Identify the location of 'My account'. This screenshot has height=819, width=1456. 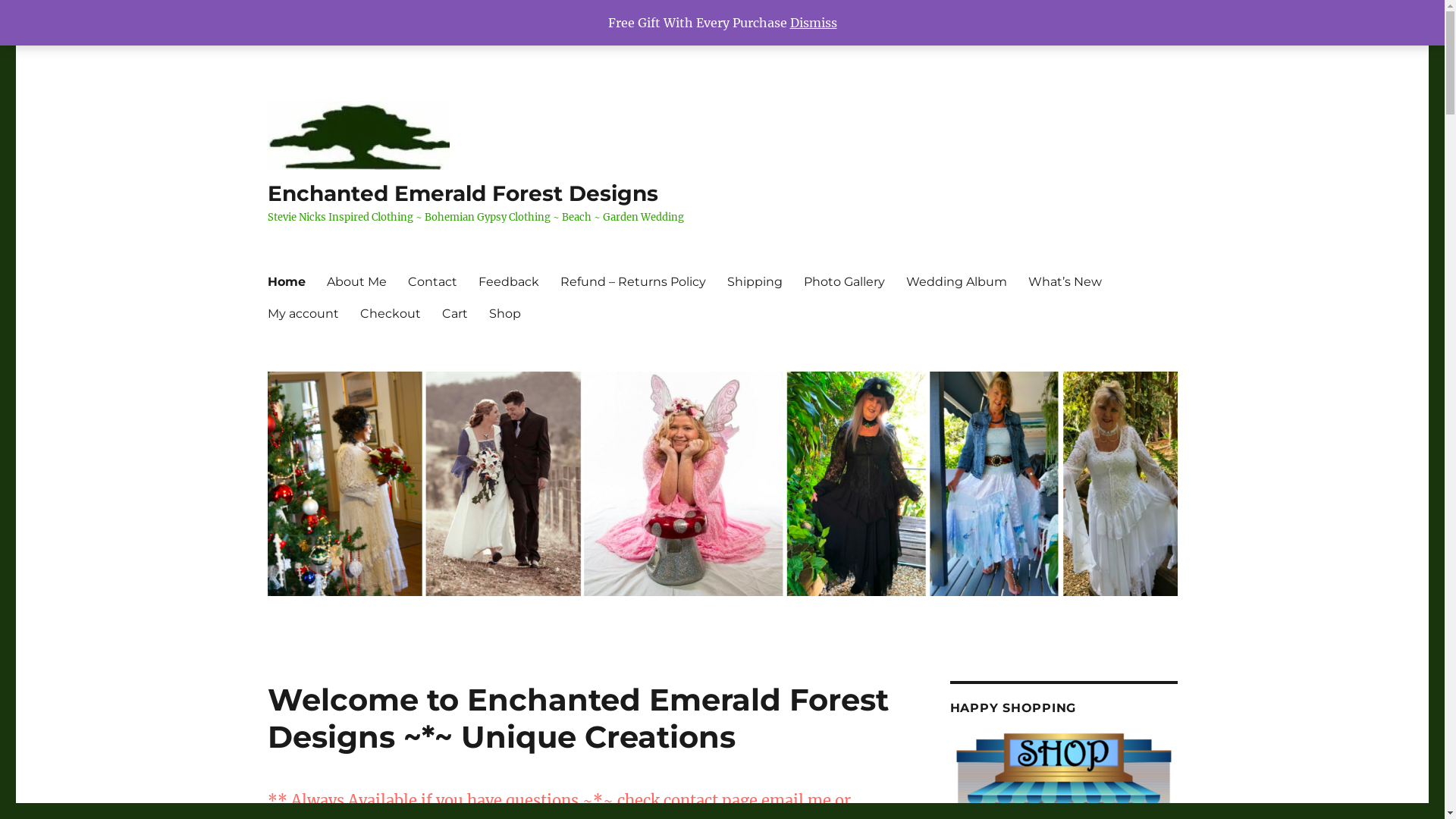
(302, 312).